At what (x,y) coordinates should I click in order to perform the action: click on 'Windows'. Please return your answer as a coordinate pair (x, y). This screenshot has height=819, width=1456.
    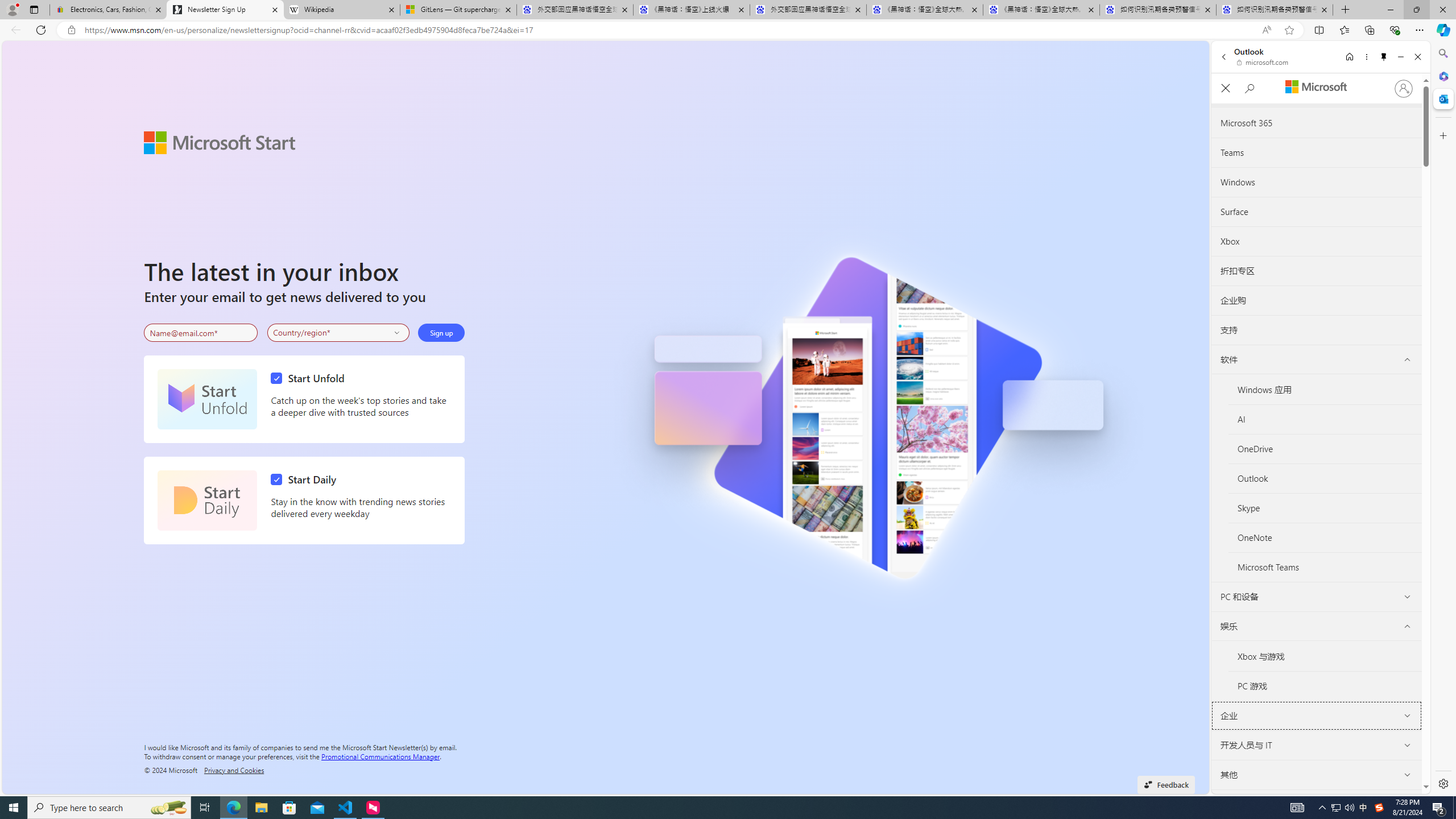
    Looking at the image, I should click on (1317, 183).